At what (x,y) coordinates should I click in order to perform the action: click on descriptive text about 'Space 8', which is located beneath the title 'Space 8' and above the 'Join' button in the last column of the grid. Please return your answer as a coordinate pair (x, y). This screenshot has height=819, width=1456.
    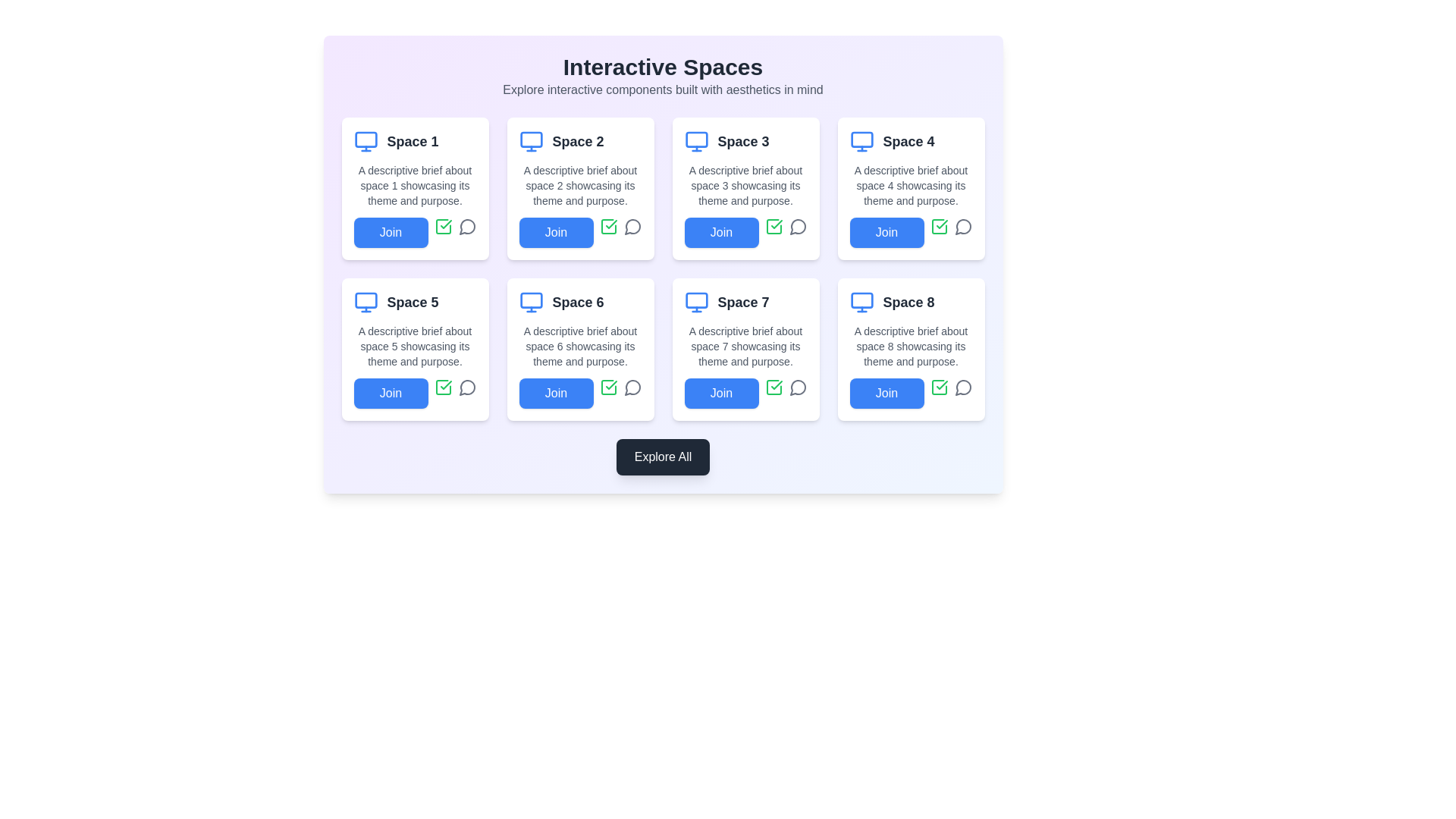
    Looking at the image, I should click on (910, 346).